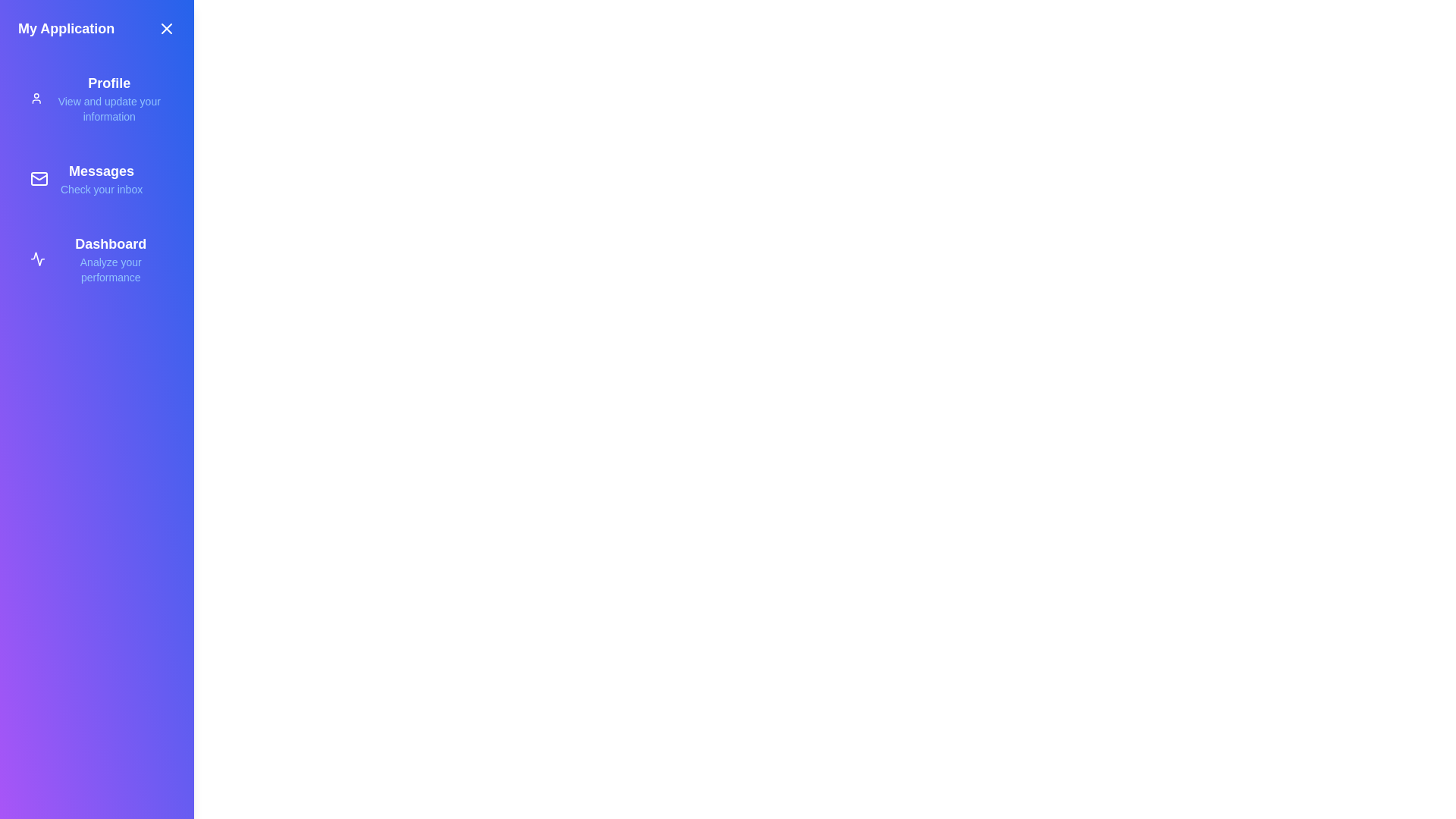 This screenshot has height=819, width=1456. Describe the element at coordinates (96, 99) in the screenshot. I see `the Profile section to observe the hover effect` at that location.